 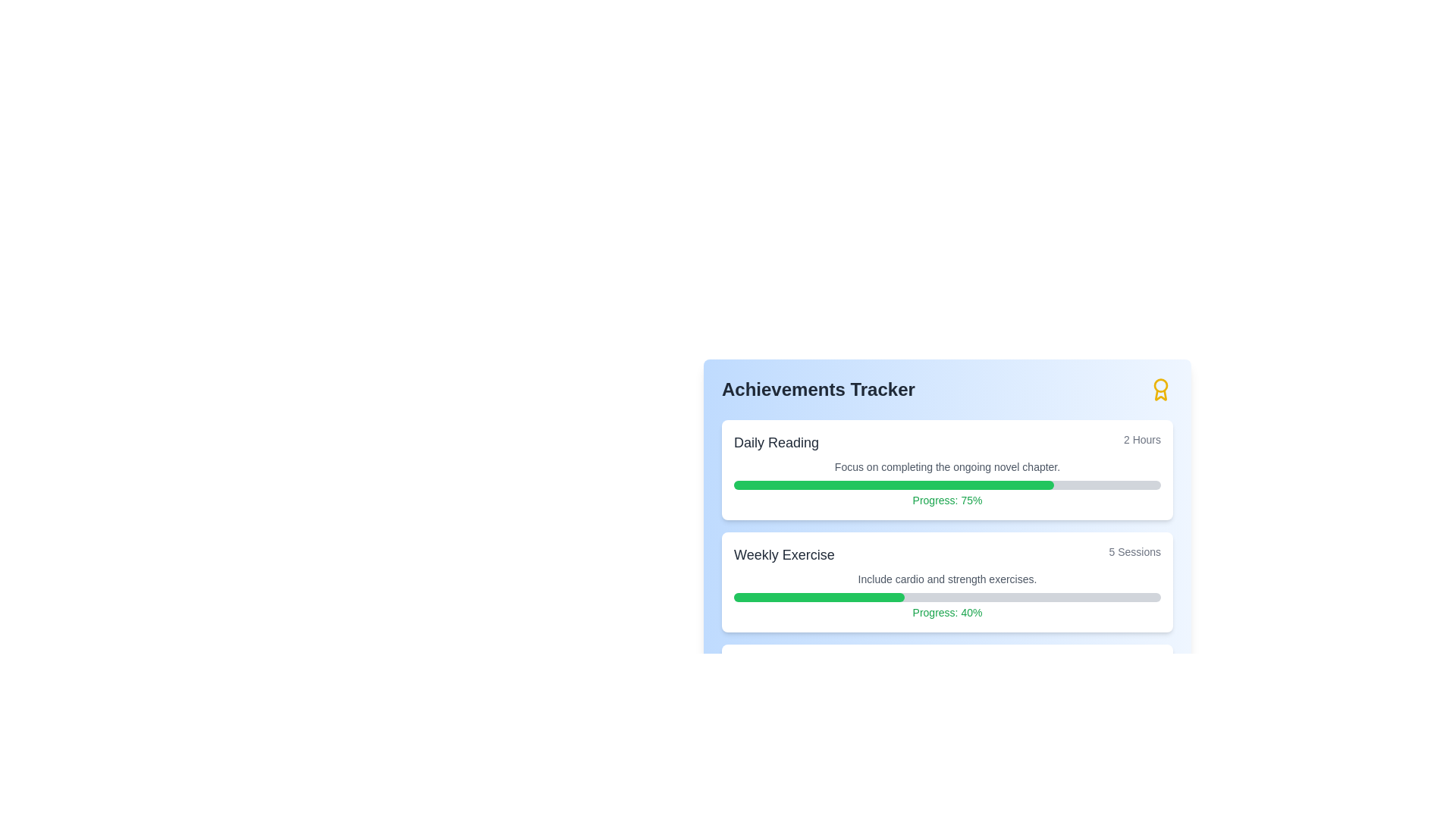 I want to click on the text label that identifies the weekly exercise tracking, positioned above the '5 Sessions' text and below the 'Daily Reading' section, so click(x=784, y=555).